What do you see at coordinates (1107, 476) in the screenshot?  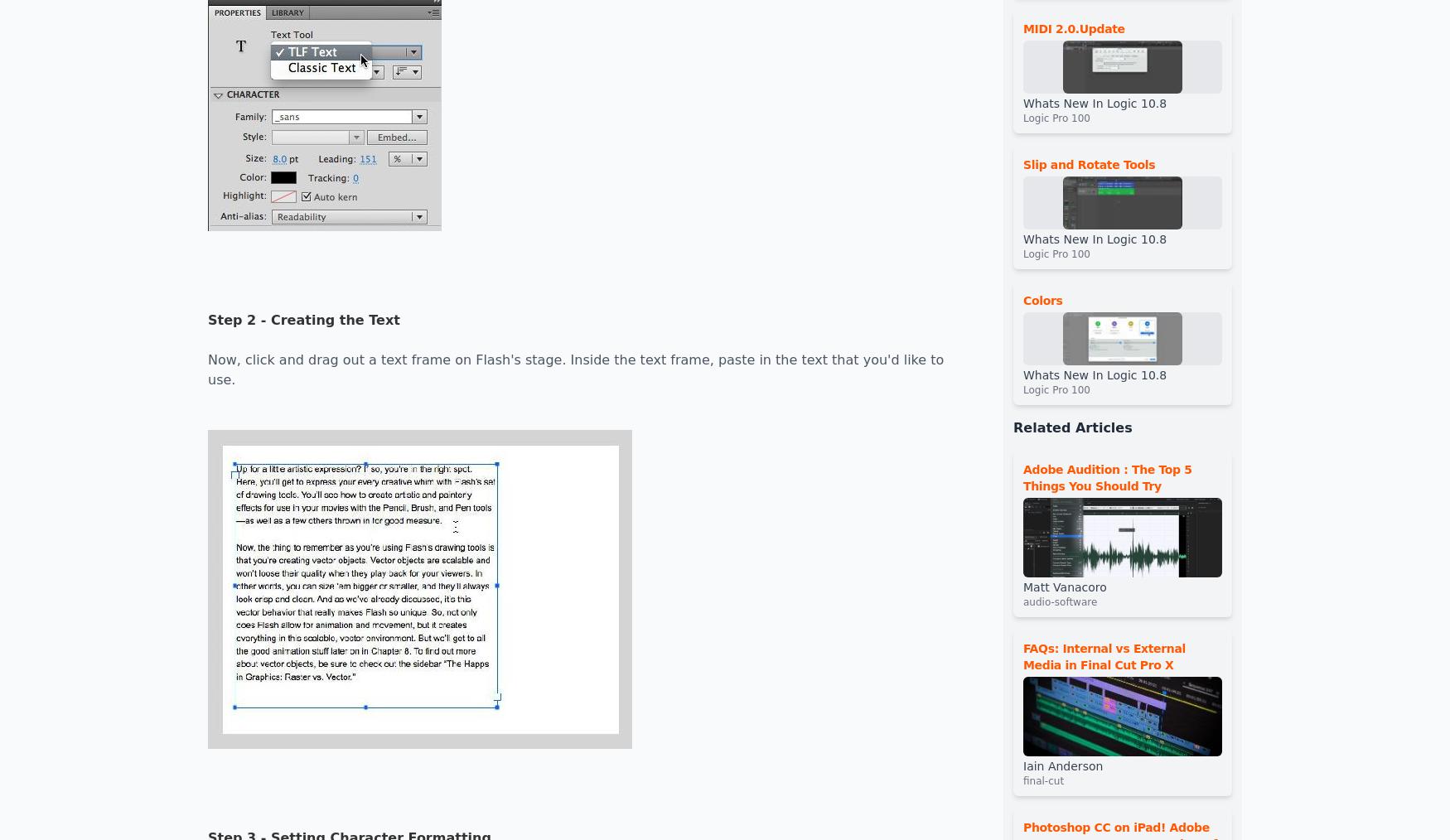 I see `'Adobe Audition : The Top 5 Things You Should Try'` at bounding box center [1107, 476].